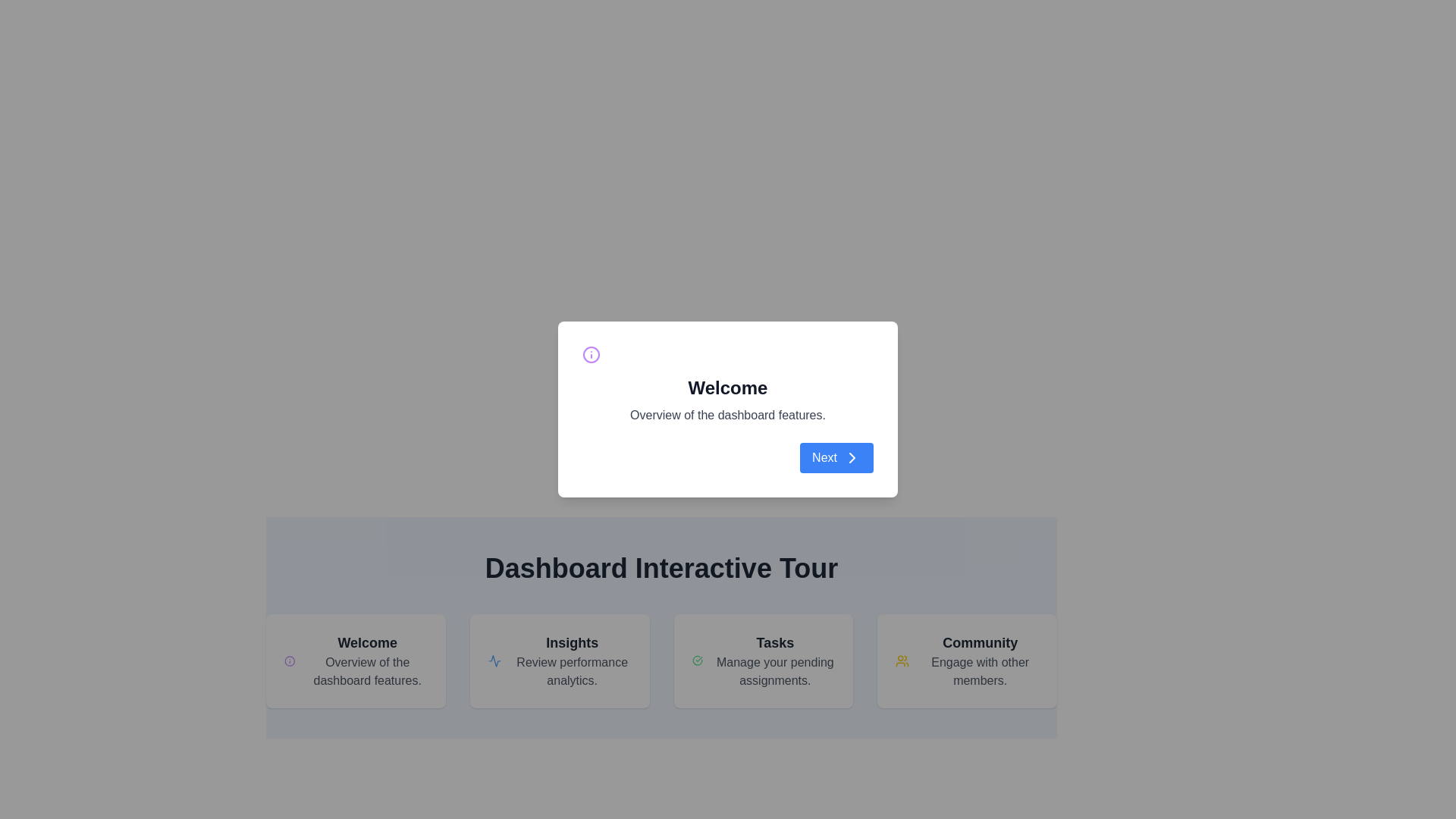 The image size is (1456, 819). I want to click on the 'Welcome' heading text component, so click(728, 386).